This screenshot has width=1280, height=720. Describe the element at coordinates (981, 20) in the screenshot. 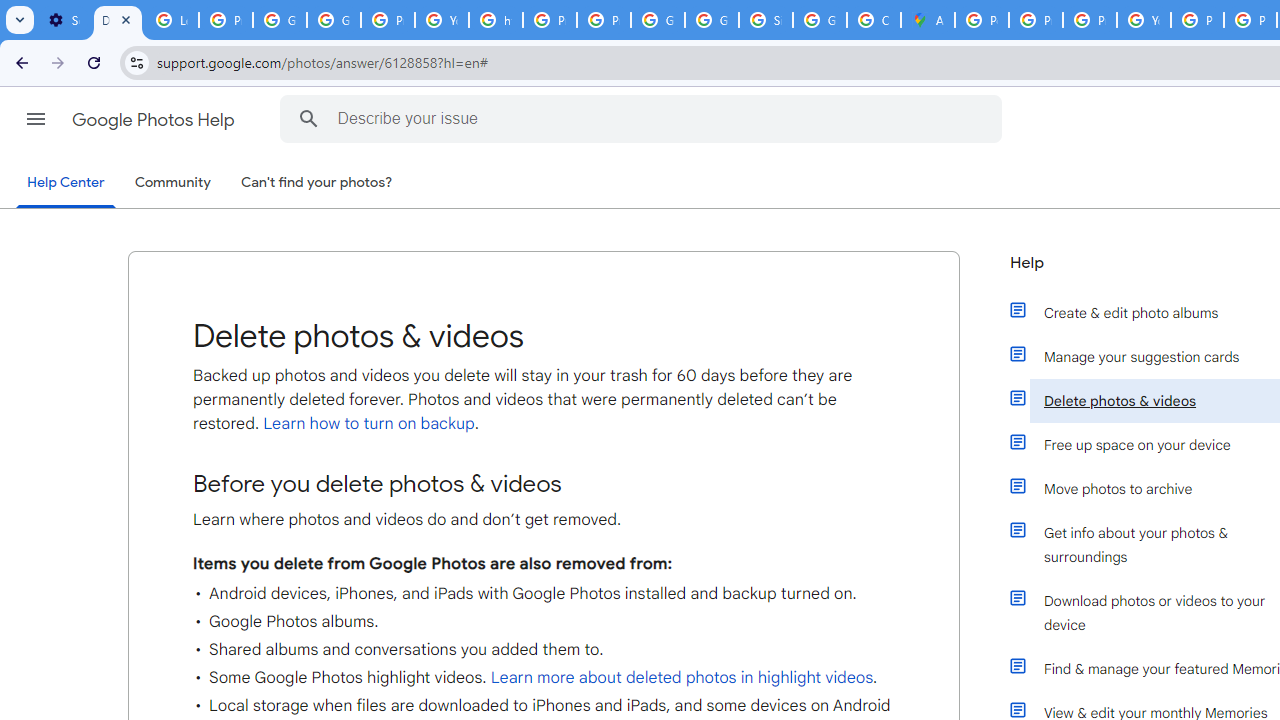

I see `'Policy Accountability and Transparency - Transparency Center'` at that location.